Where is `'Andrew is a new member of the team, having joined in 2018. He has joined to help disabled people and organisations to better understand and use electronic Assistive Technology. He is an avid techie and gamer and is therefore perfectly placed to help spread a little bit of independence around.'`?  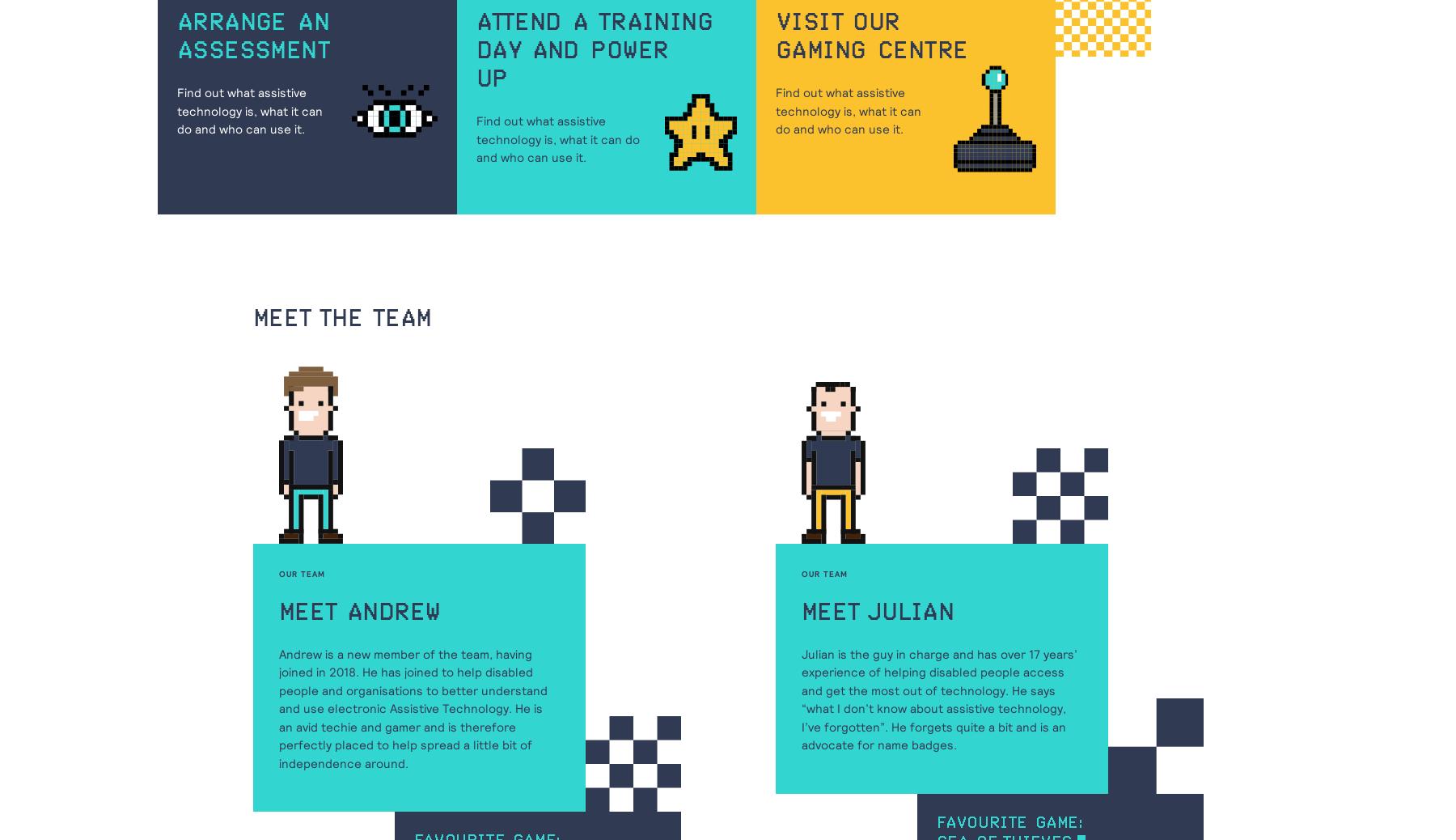
'Andrew is a new member of the team, having joined in 2018. He has joined to help disabled people and organisations to better understand and use electronic Assistive Technology. He is an avid techie and gamer and is therefore perfectly placed to help spread a little bit of independence around.' is located at coordinates (279, 708).